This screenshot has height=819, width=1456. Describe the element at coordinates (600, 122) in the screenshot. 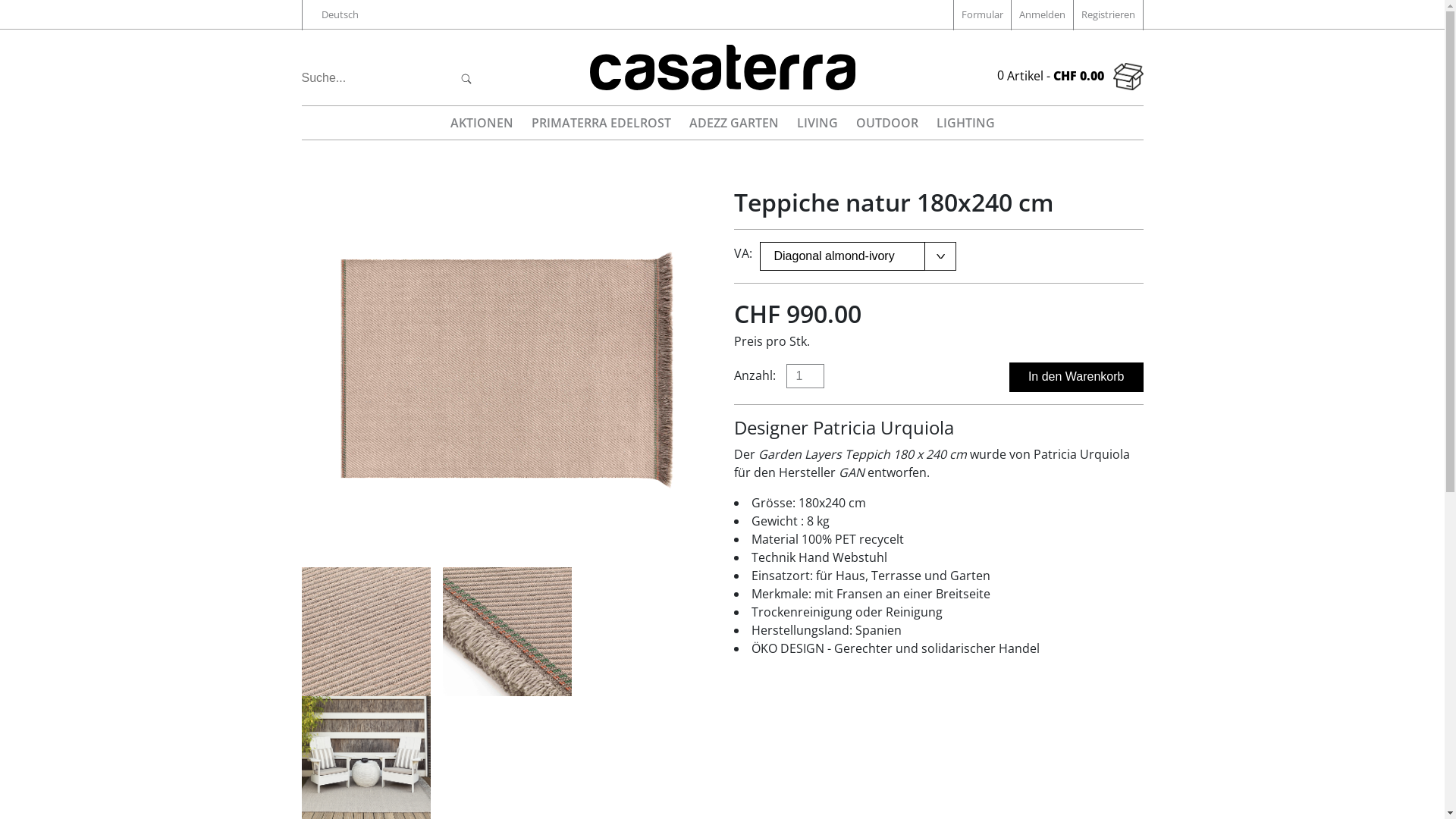

I see `'PRIMATERRA EDELROST'` at that location.